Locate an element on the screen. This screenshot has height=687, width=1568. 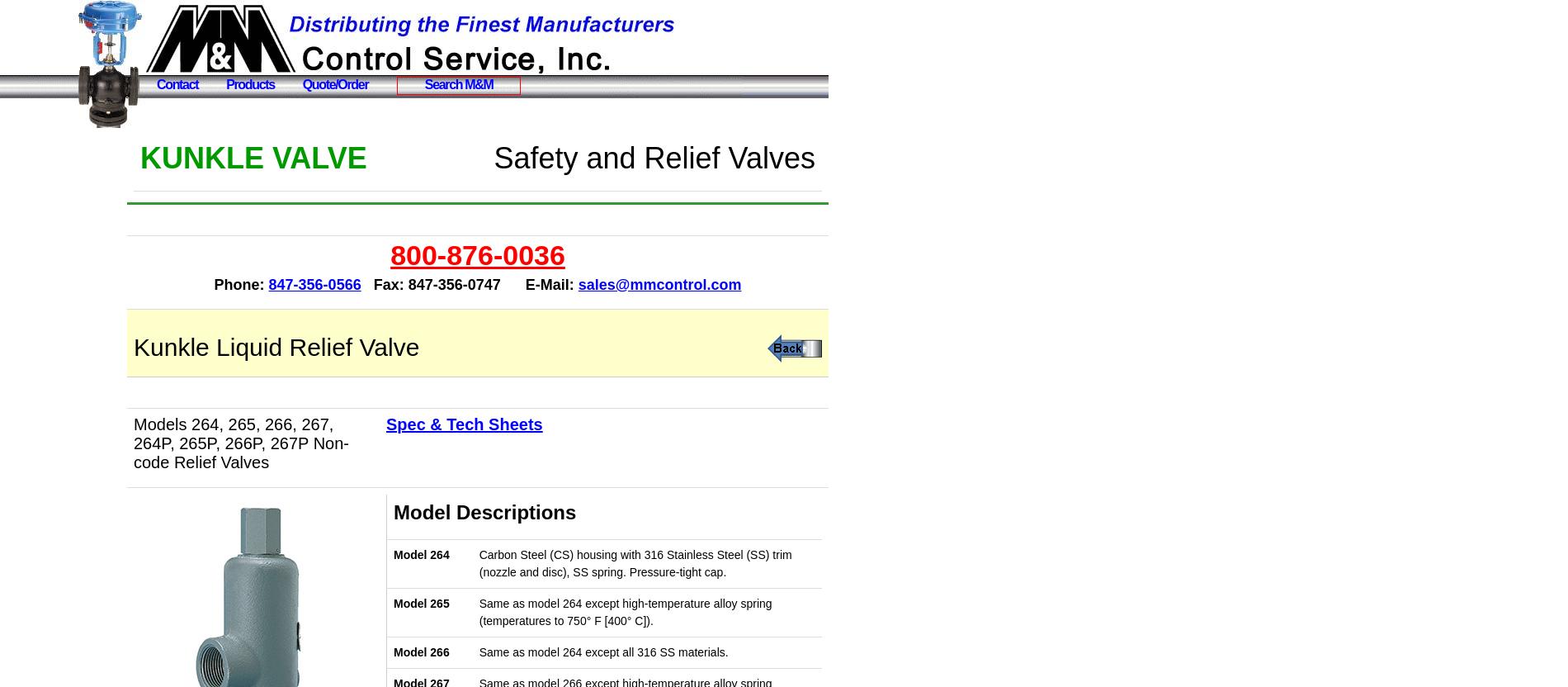
'847-356-0566' is located at coordinates (313, 285).